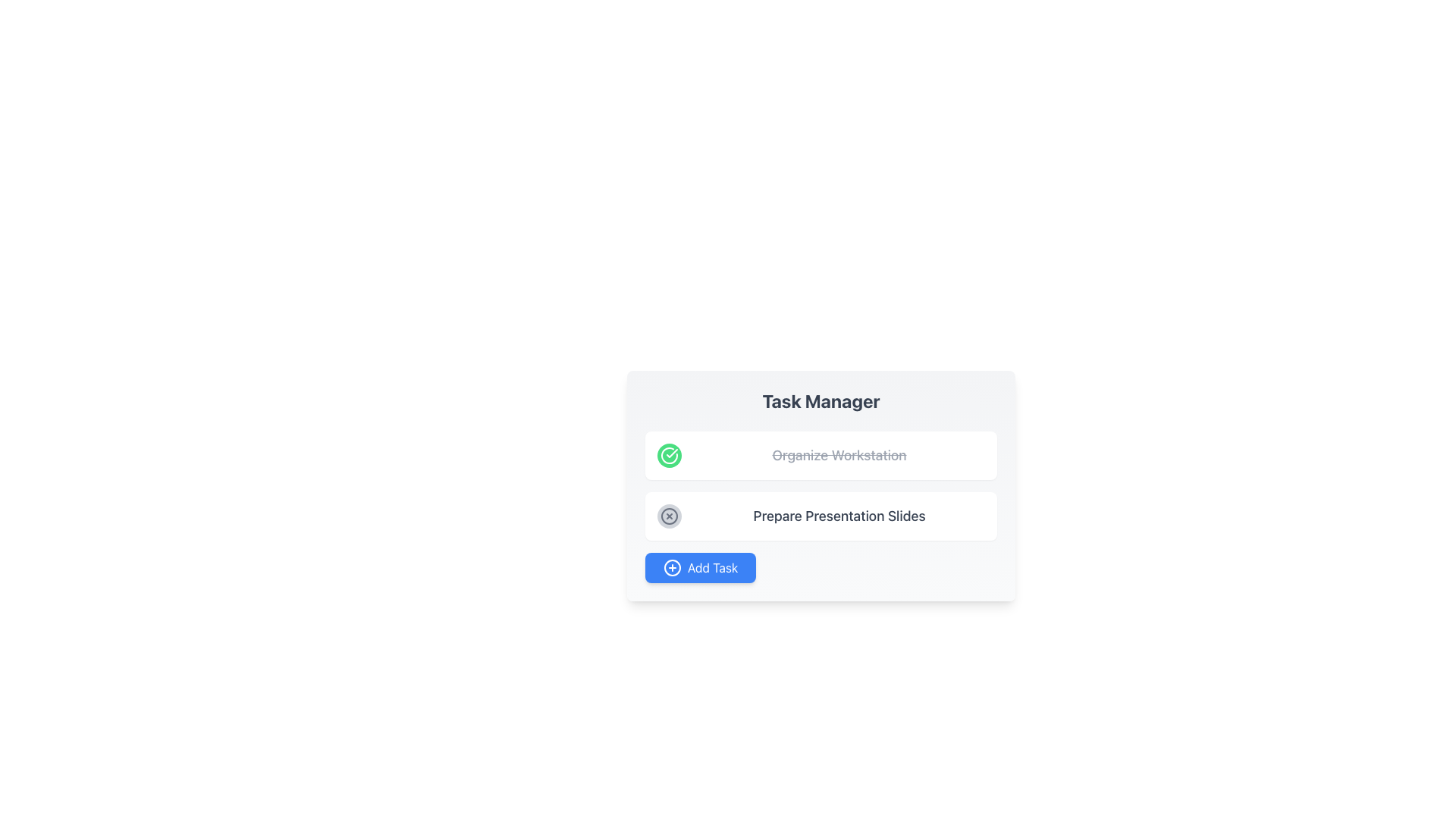  I want to click on the first task item card in the Task Manager, so click(821, 455).